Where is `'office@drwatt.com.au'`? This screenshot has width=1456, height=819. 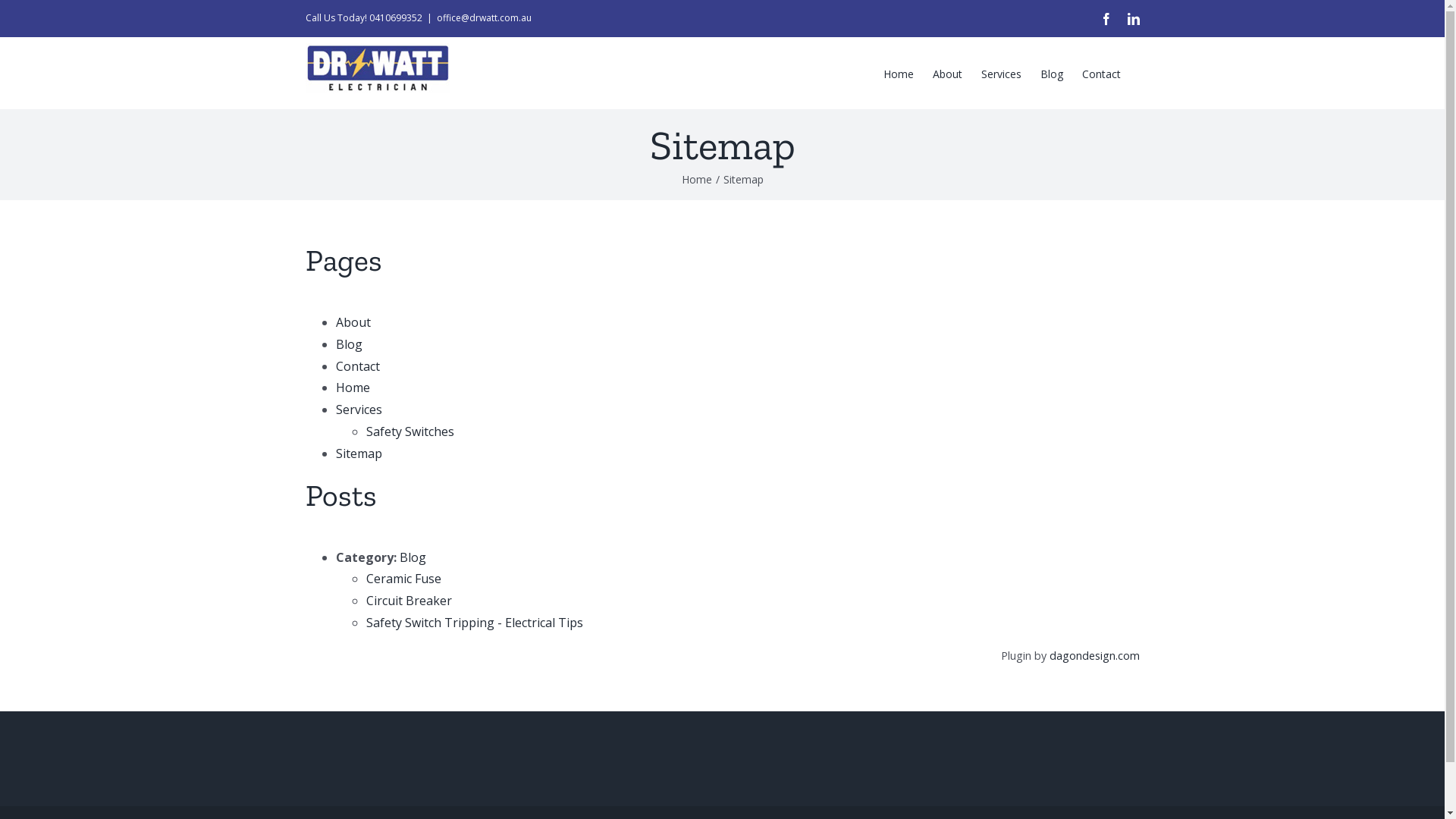
'office@drwatt.com.au' is located at coordinates (483, 17).